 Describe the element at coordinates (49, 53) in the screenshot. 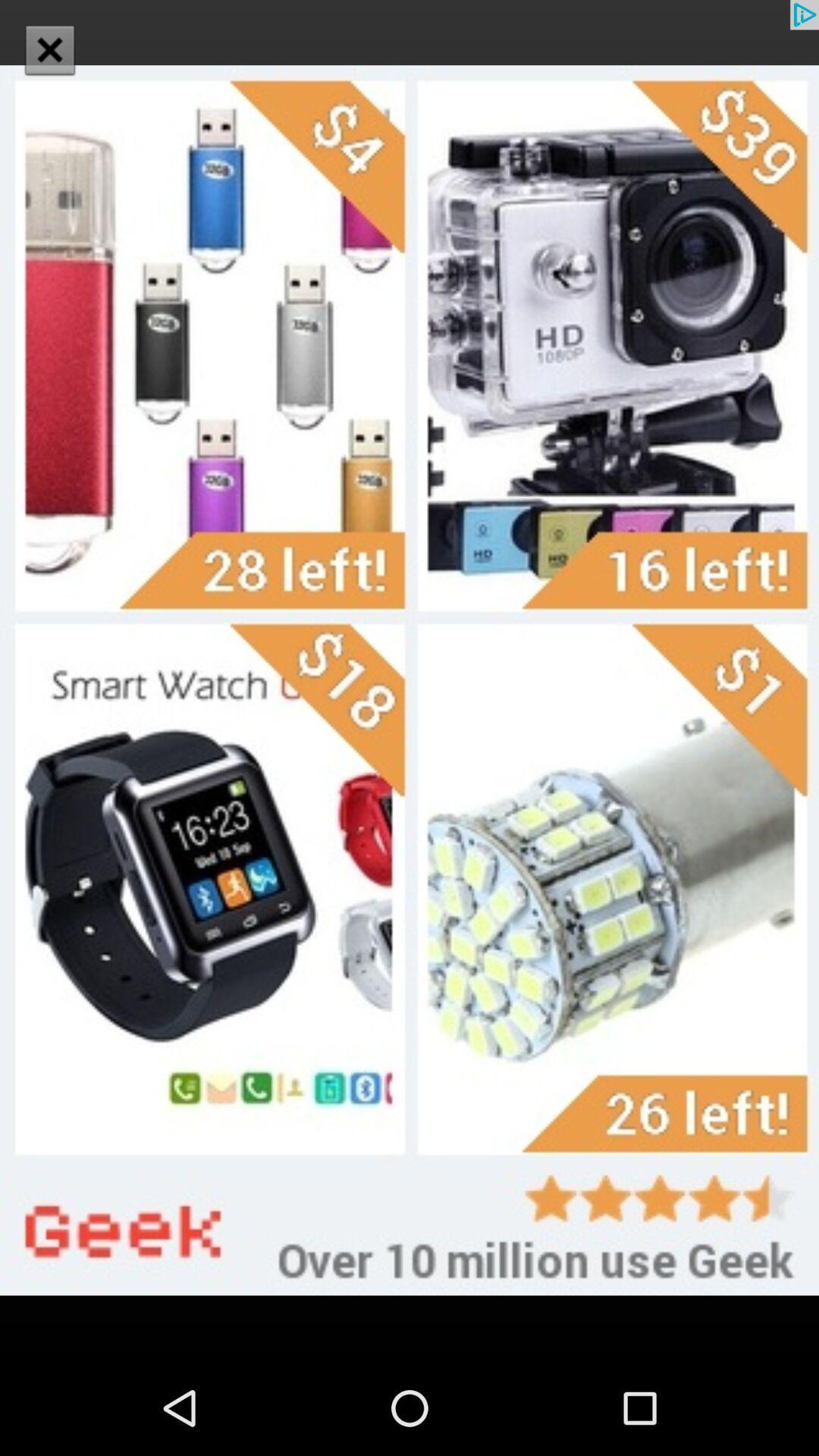

I see `the close icon` at that location.